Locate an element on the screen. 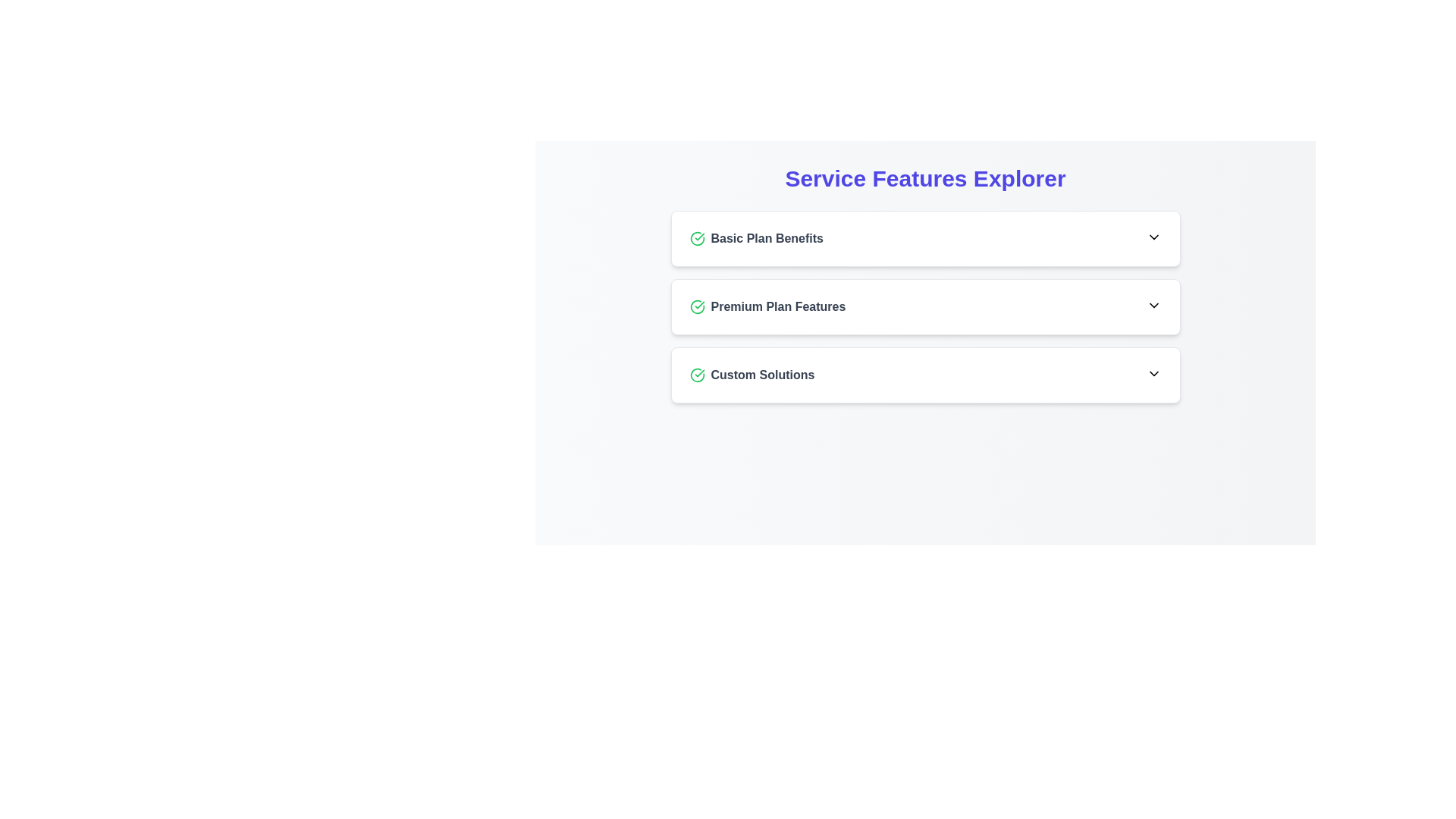 The height and width of the screenshot is (819, 1456). the downward-pointing chevron icon with a black outline located at the rightmost end of the 'Custom Solutions' row in the 'Service Features Explorer' section is located at coordinates (1153, 374).